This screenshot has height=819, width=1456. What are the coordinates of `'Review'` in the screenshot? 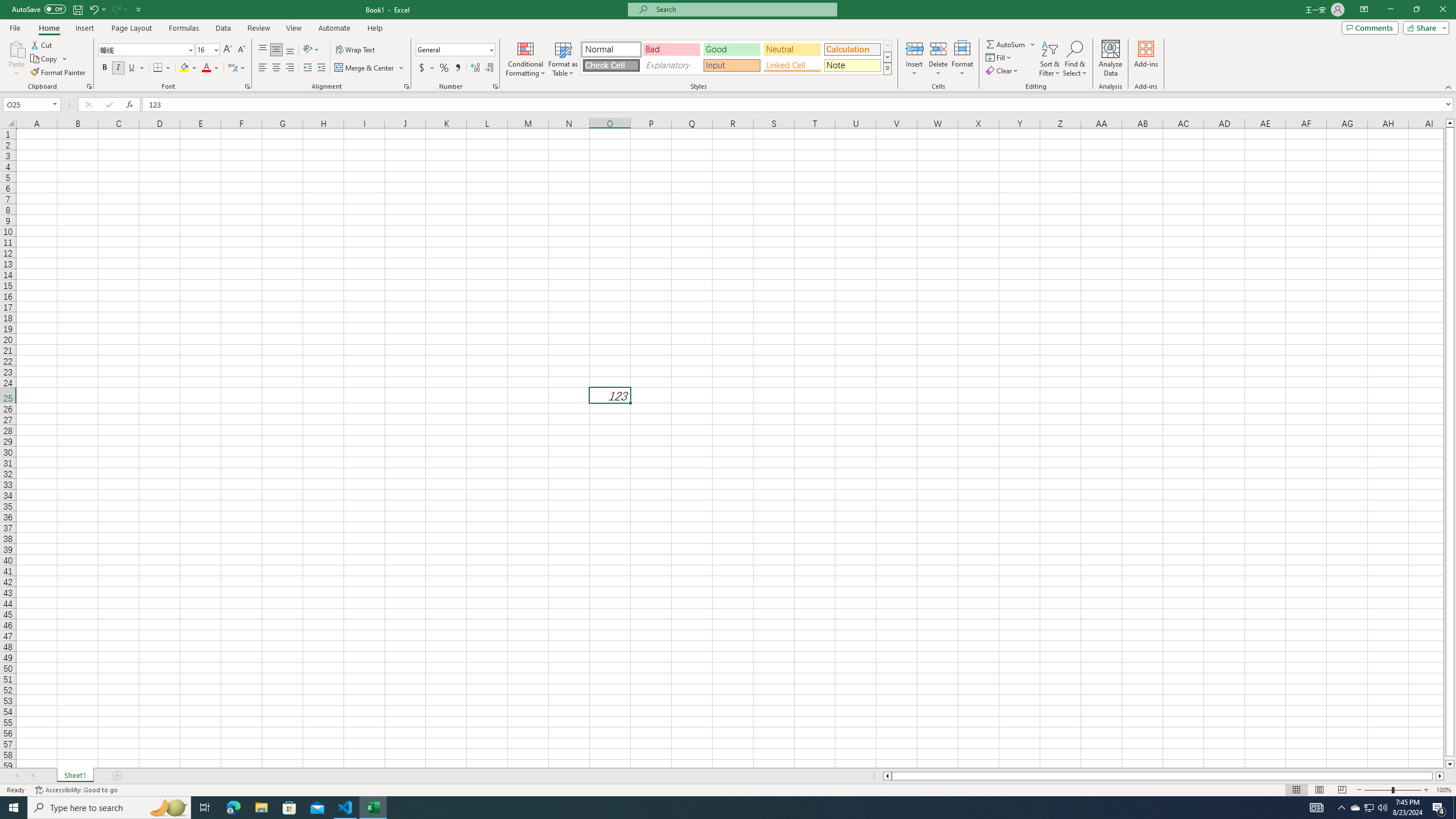 It's located at (258, 28).